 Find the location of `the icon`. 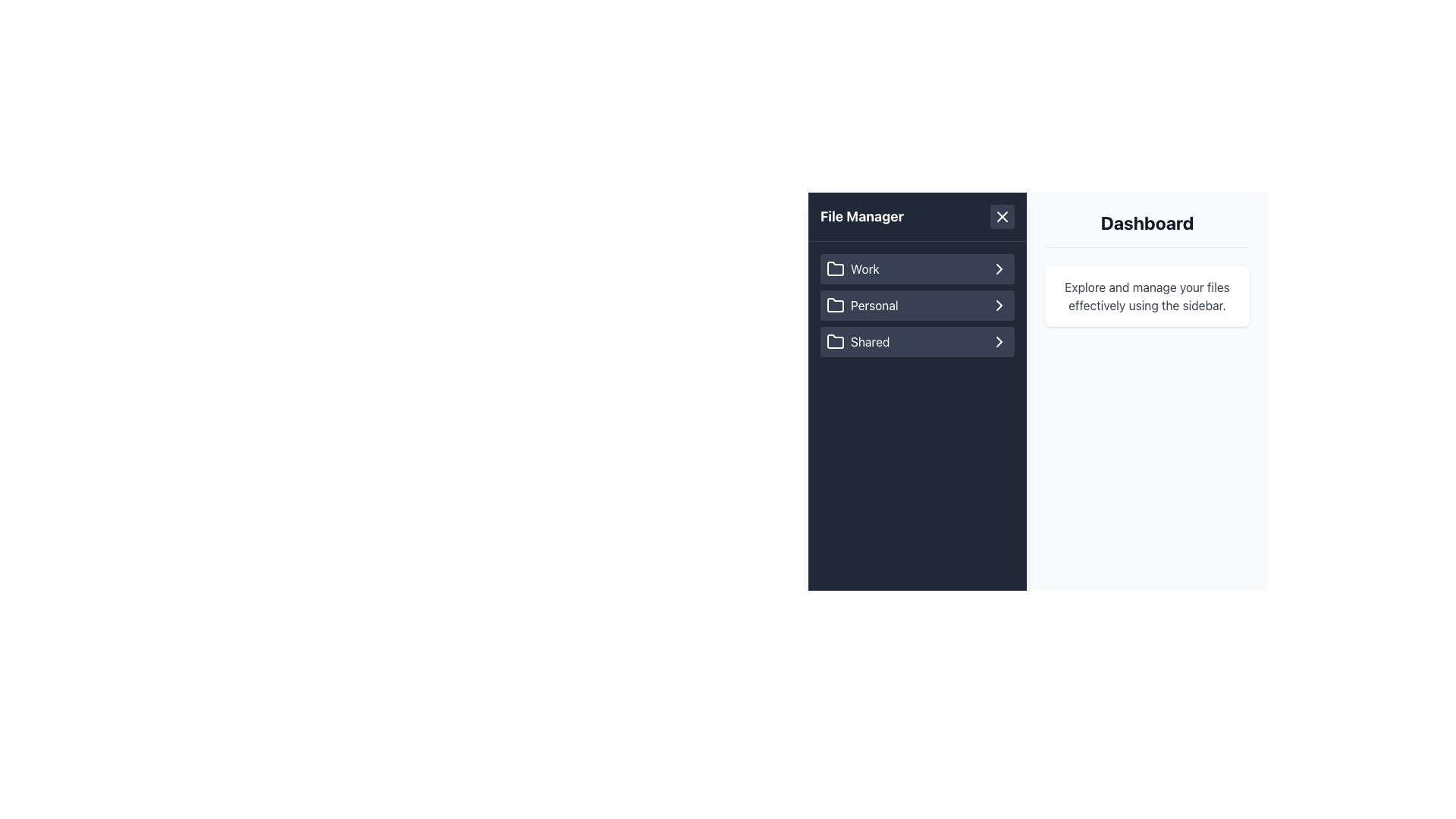

the icon is located at coordinates (835, 342).